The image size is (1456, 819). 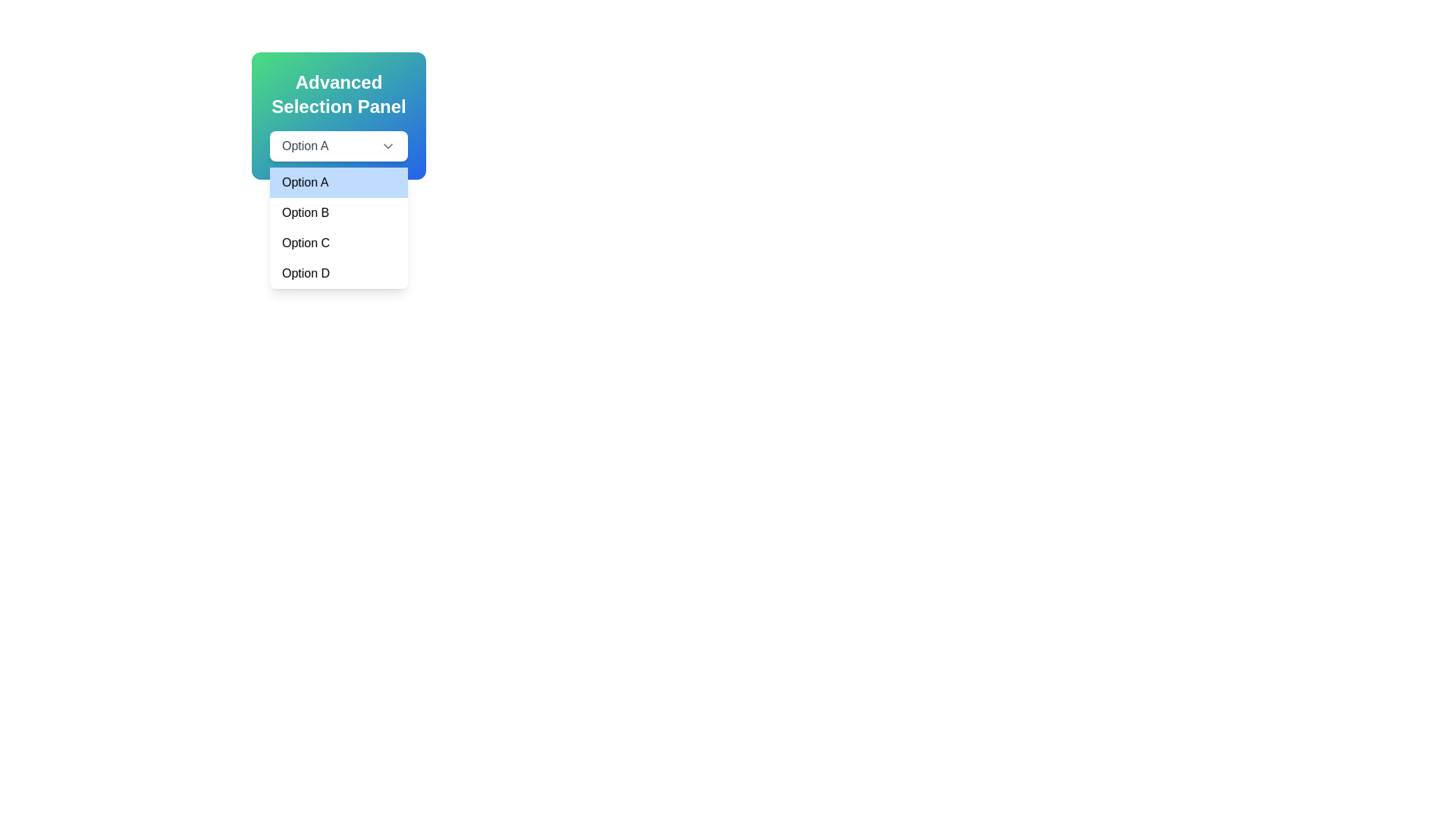 I want to click on the selectable list item displaying 'Option C', so click(x=337, y=242).